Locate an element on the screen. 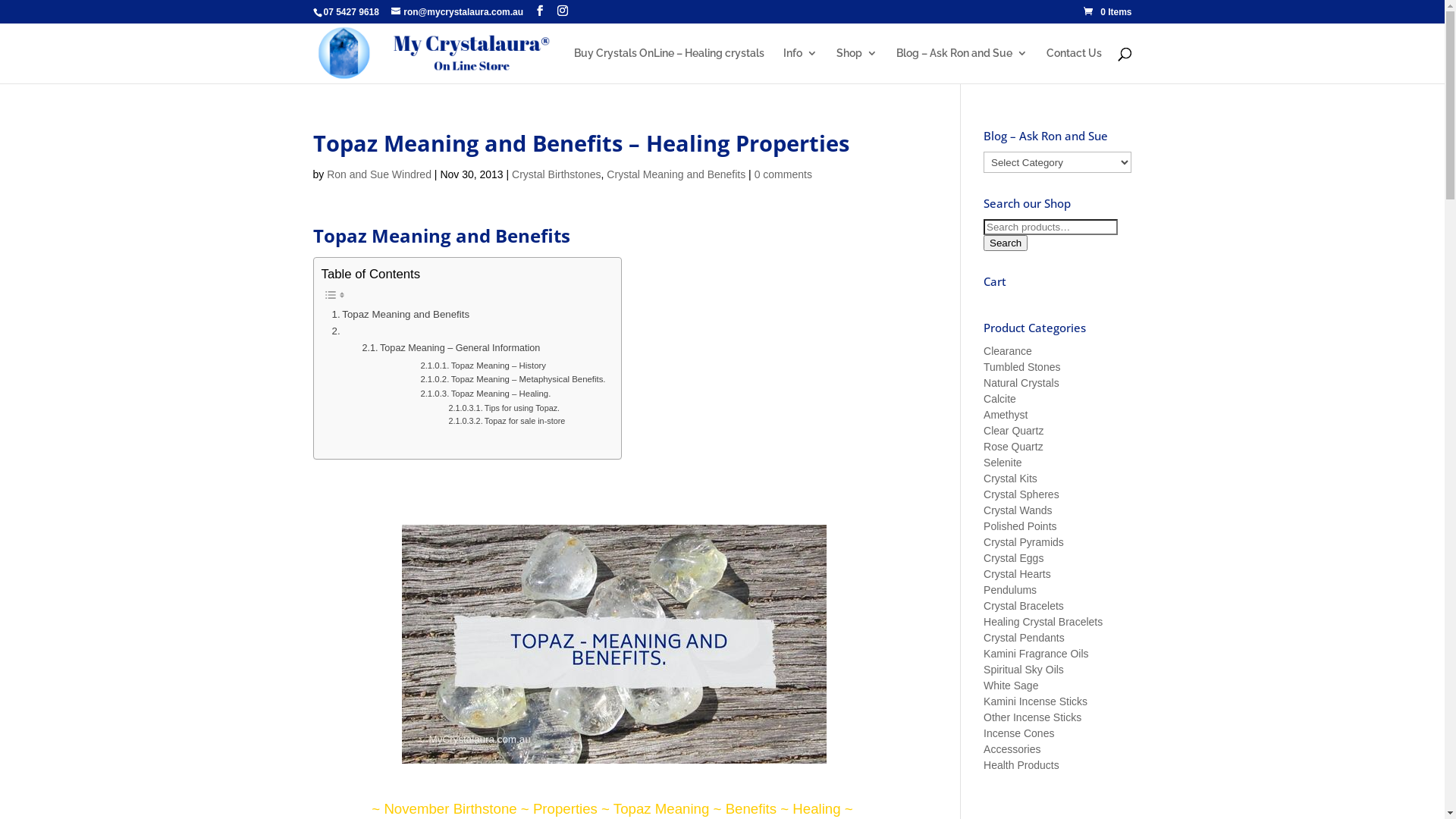 Image resolution: width=1456 pixels, height=819 pixels. 'Other Incense Sticks' is located at coordinates (983, 717).